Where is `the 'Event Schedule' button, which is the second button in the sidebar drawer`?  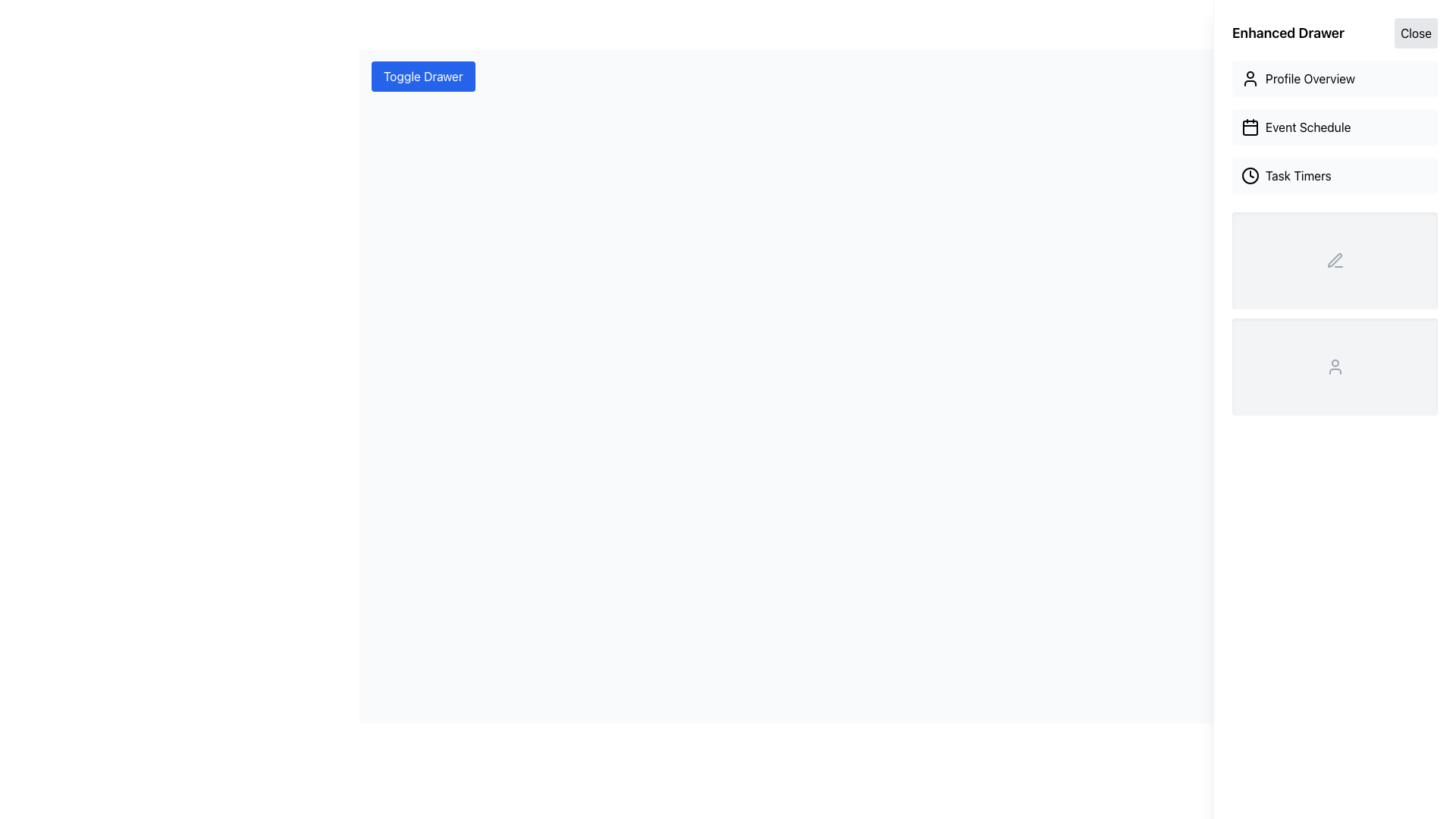
the 'Event Schedule' button, which is the second button in the sidebar drawer is located at coordinates (1335, 127).